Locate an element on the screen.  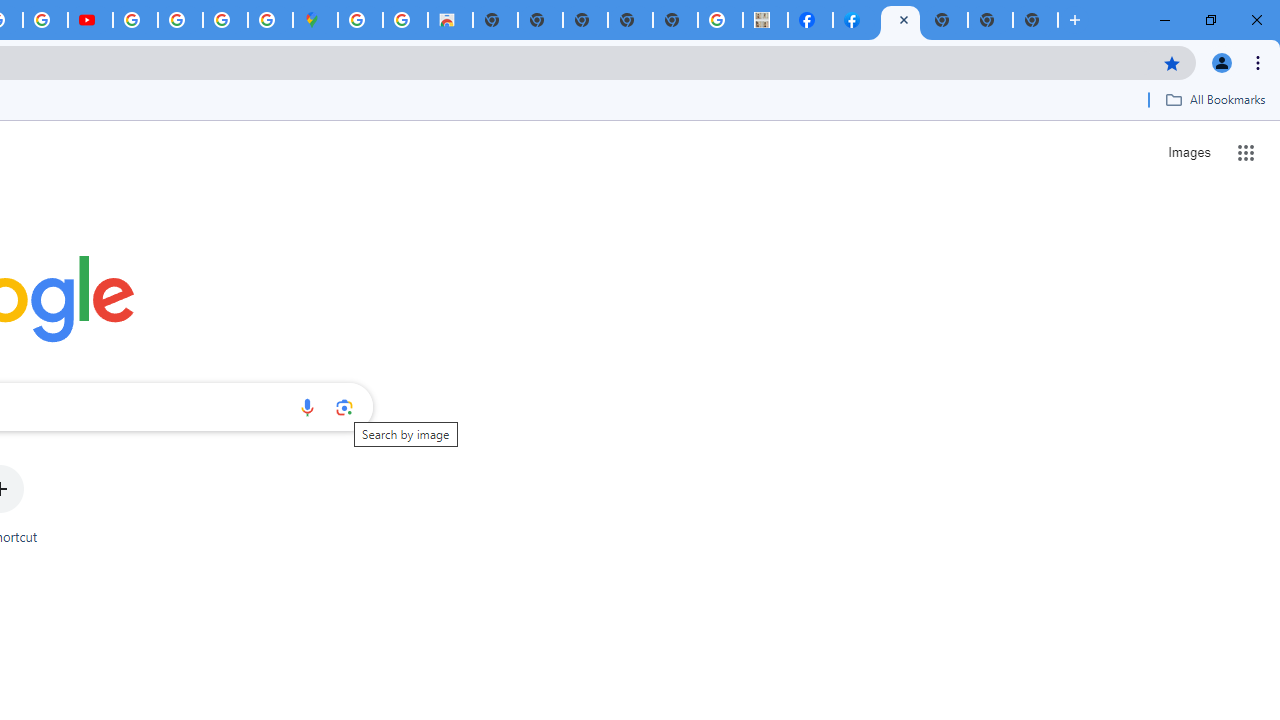
'Sign Up for Facebook' is located at coordinates (855, 20).